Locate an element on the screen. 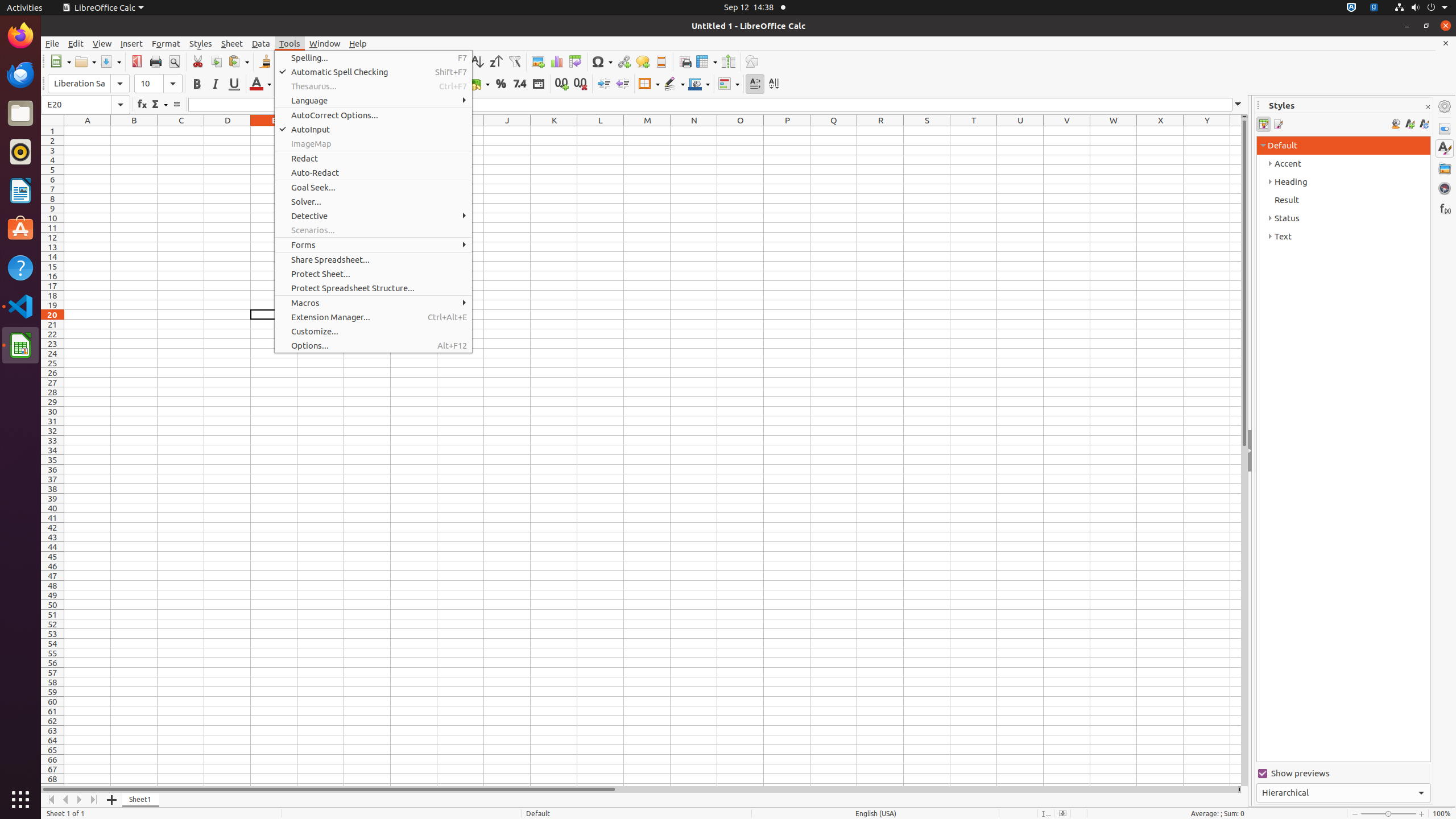 The image size is (1456, 819). 'Text direction from top to bottom' is located at coordinates (773, 83).